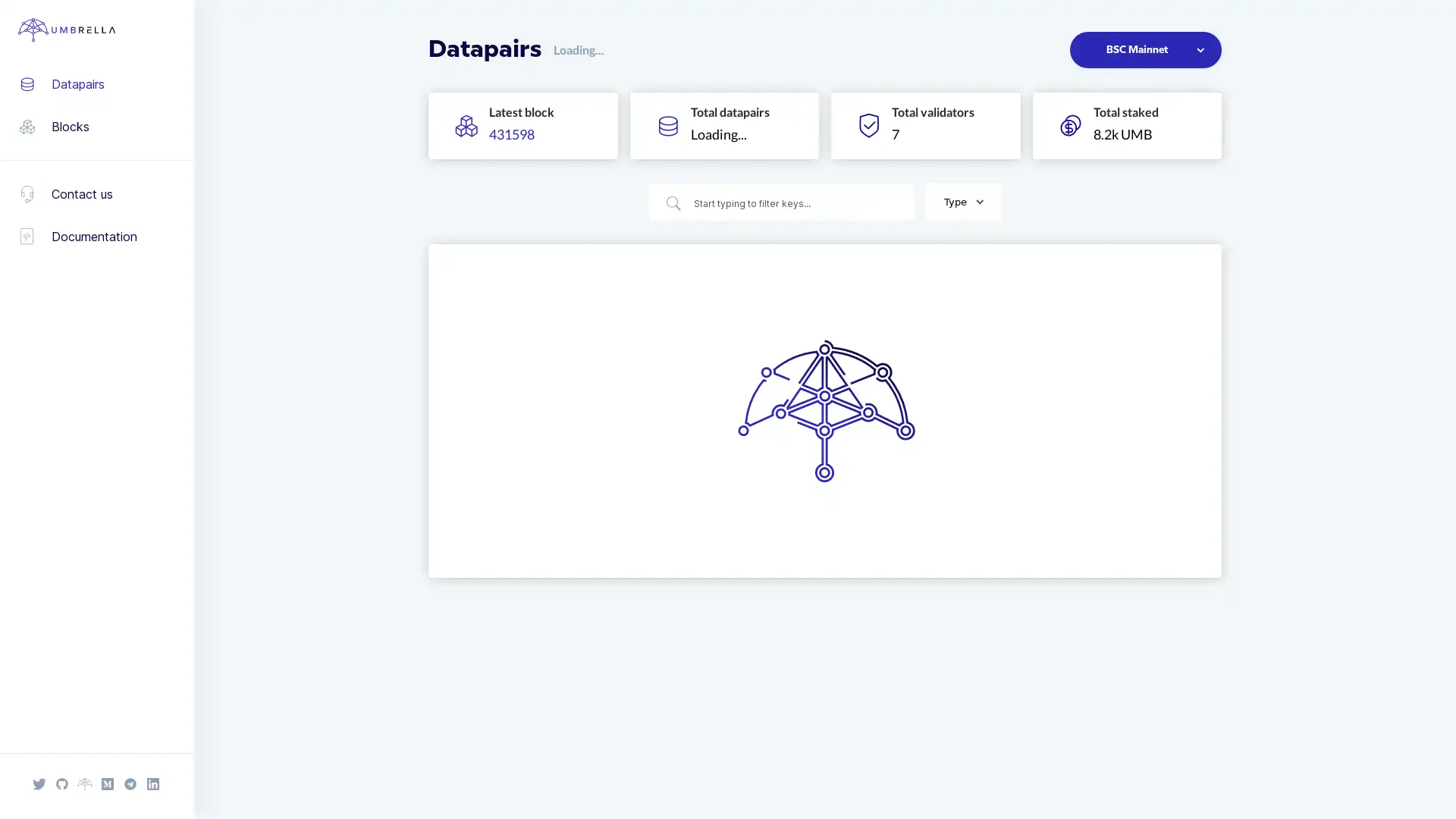 Image resolution: width=1456 pixels, height=819 pixels. What do you see at coordinates (457, 547) in the screenshot?
I see `Previous page` at bounding box center [457, 547].